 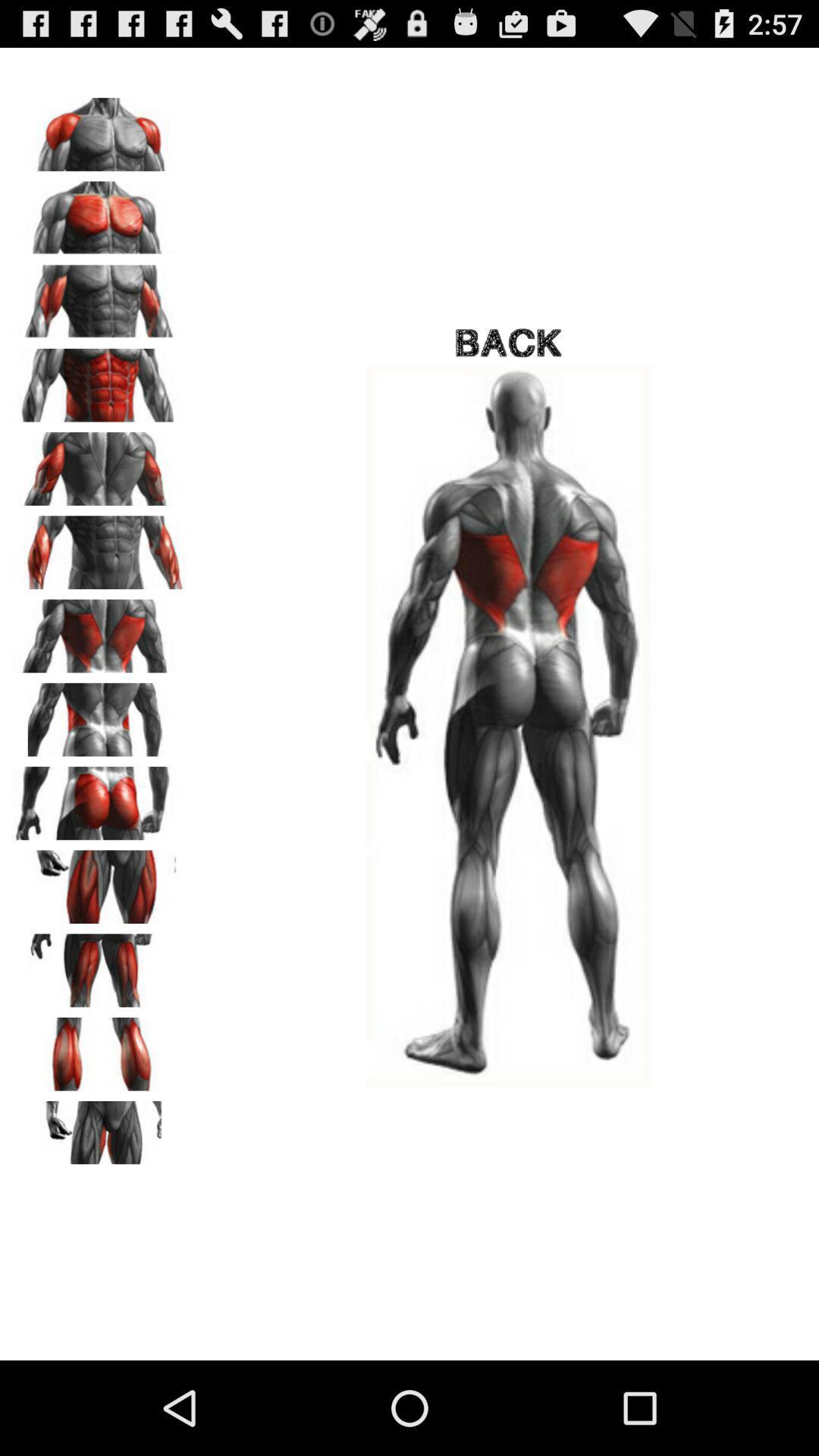 I want to click on picture, so click(x=99, y=965).